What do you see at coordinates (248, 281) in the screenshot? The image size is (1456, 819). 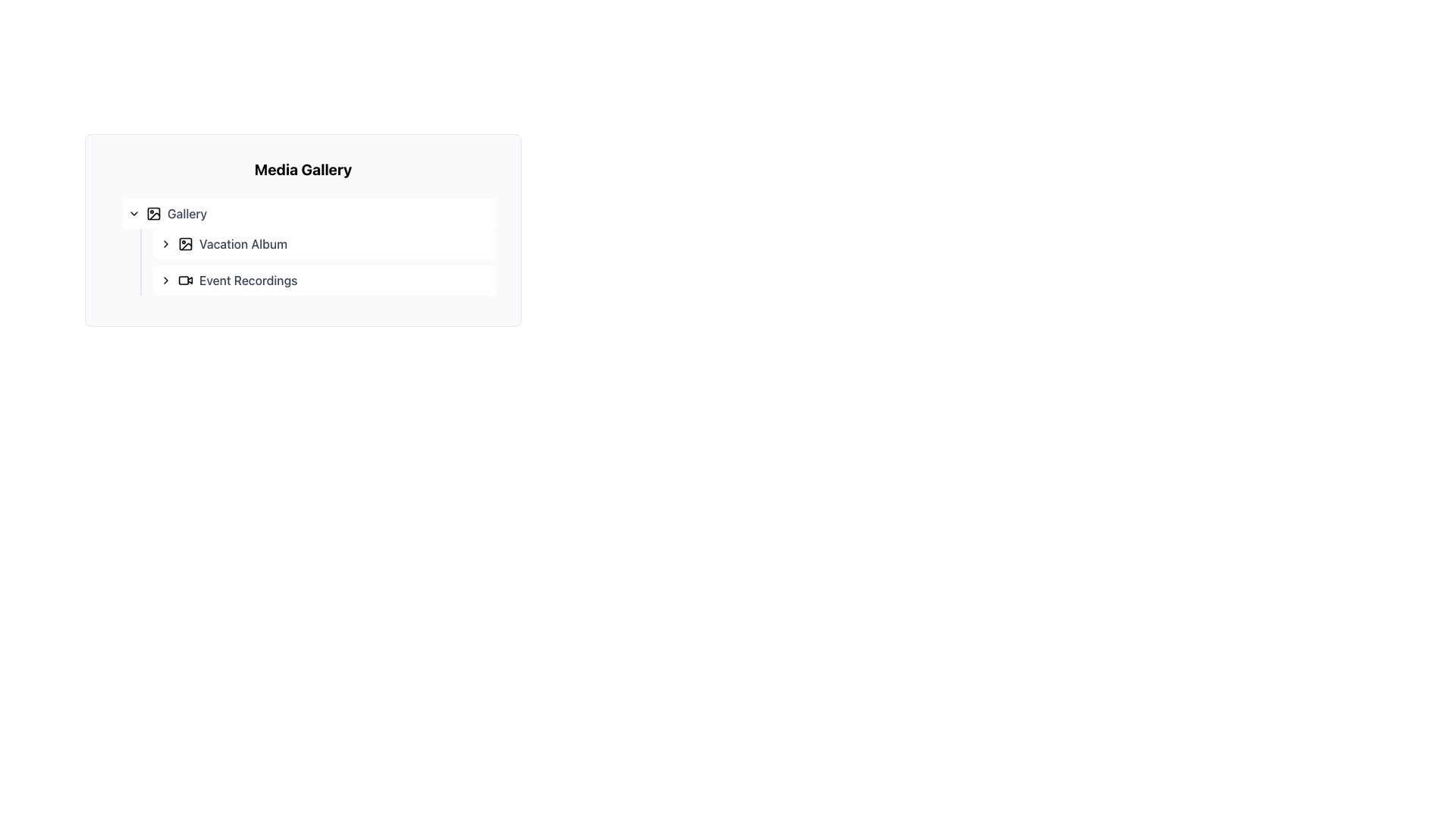 I see `the 'Event Recordings' text label, which is located to the right of a video icon and below the 'Vacation Album' entry in the Media Gallery panel` at bounding box center [248, 281].